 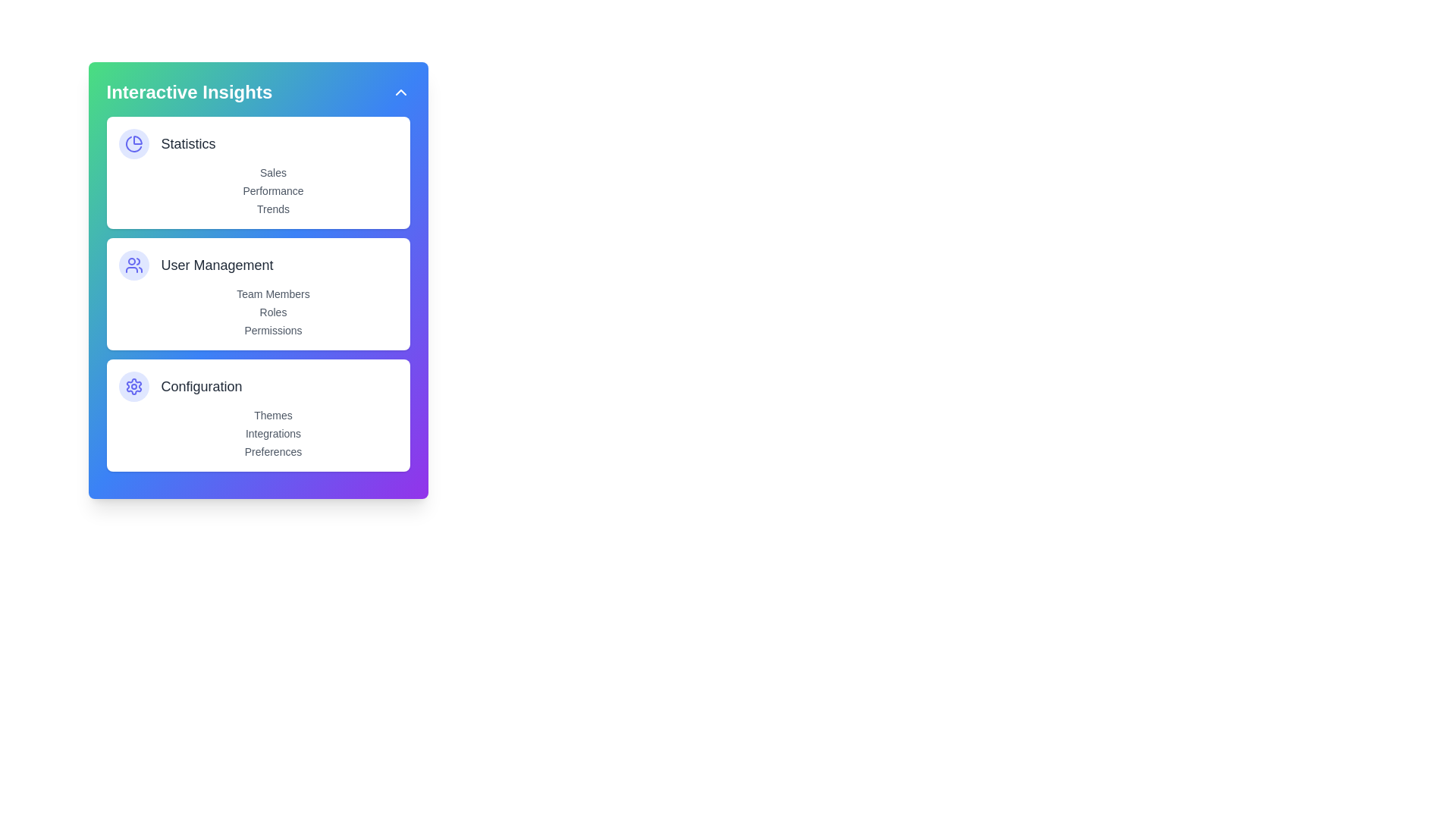 What do you see at coordinates (258, 143) in the screenshot?
I see `the Statistics section from the menu` at bounding box center [258, 143].